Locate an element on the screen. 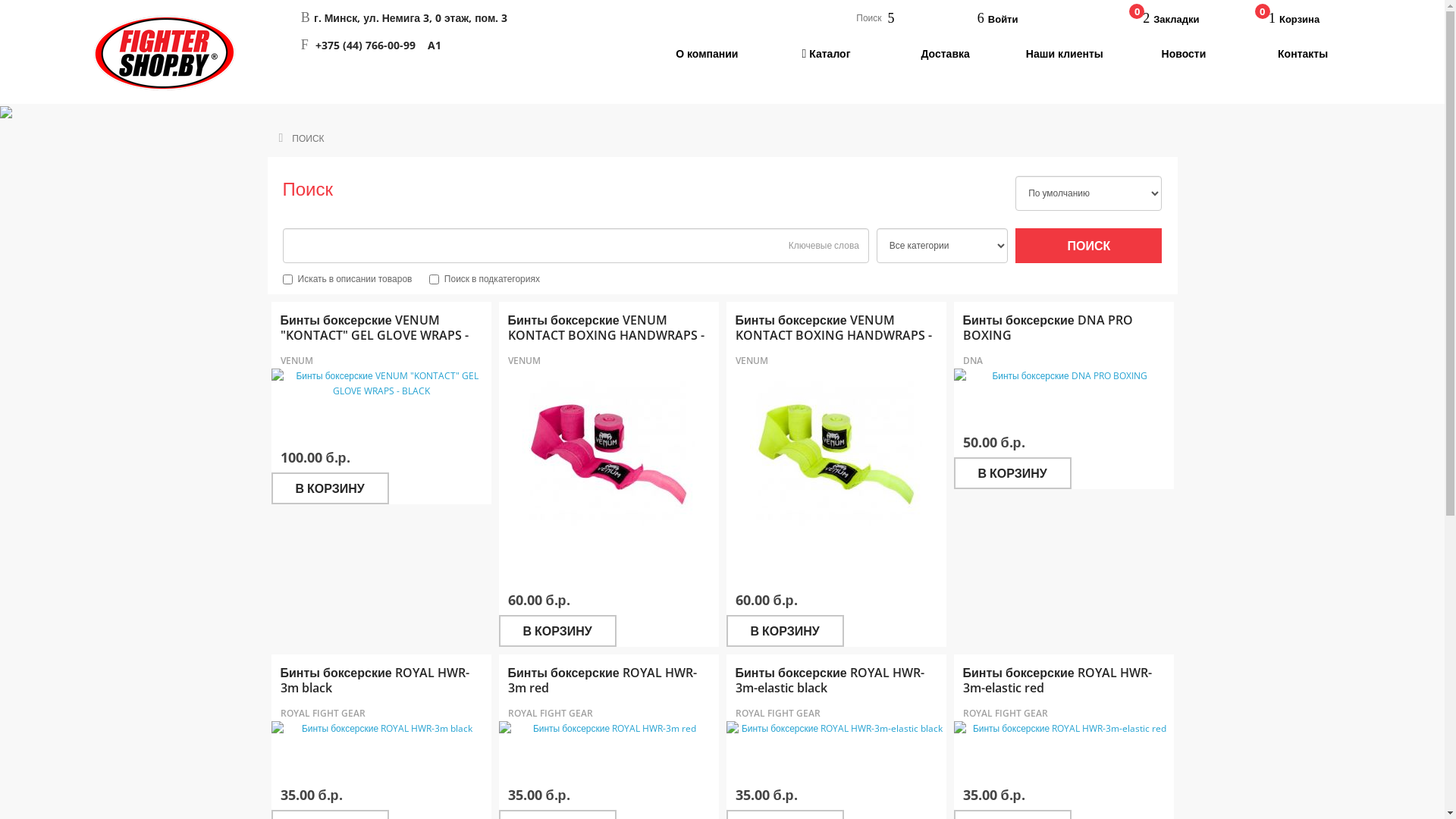 Image resolution: width=1456 pixels, height=819 pixels. 'VENUM' is located at coordinates (524, 360).